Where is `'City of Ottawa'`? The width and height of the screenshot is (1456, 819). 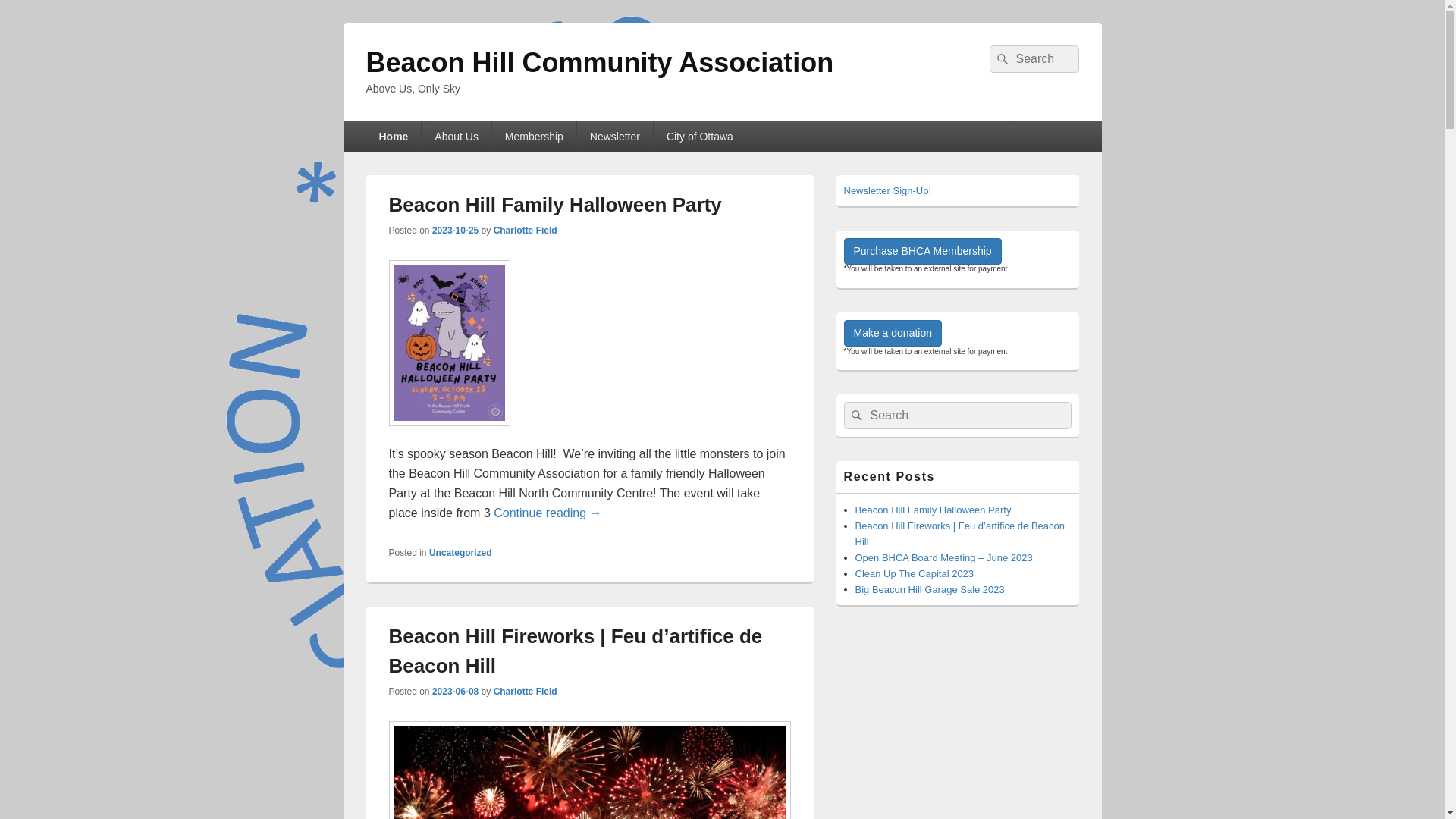 'City of Ottawa' is located at coordinates (698, 136).